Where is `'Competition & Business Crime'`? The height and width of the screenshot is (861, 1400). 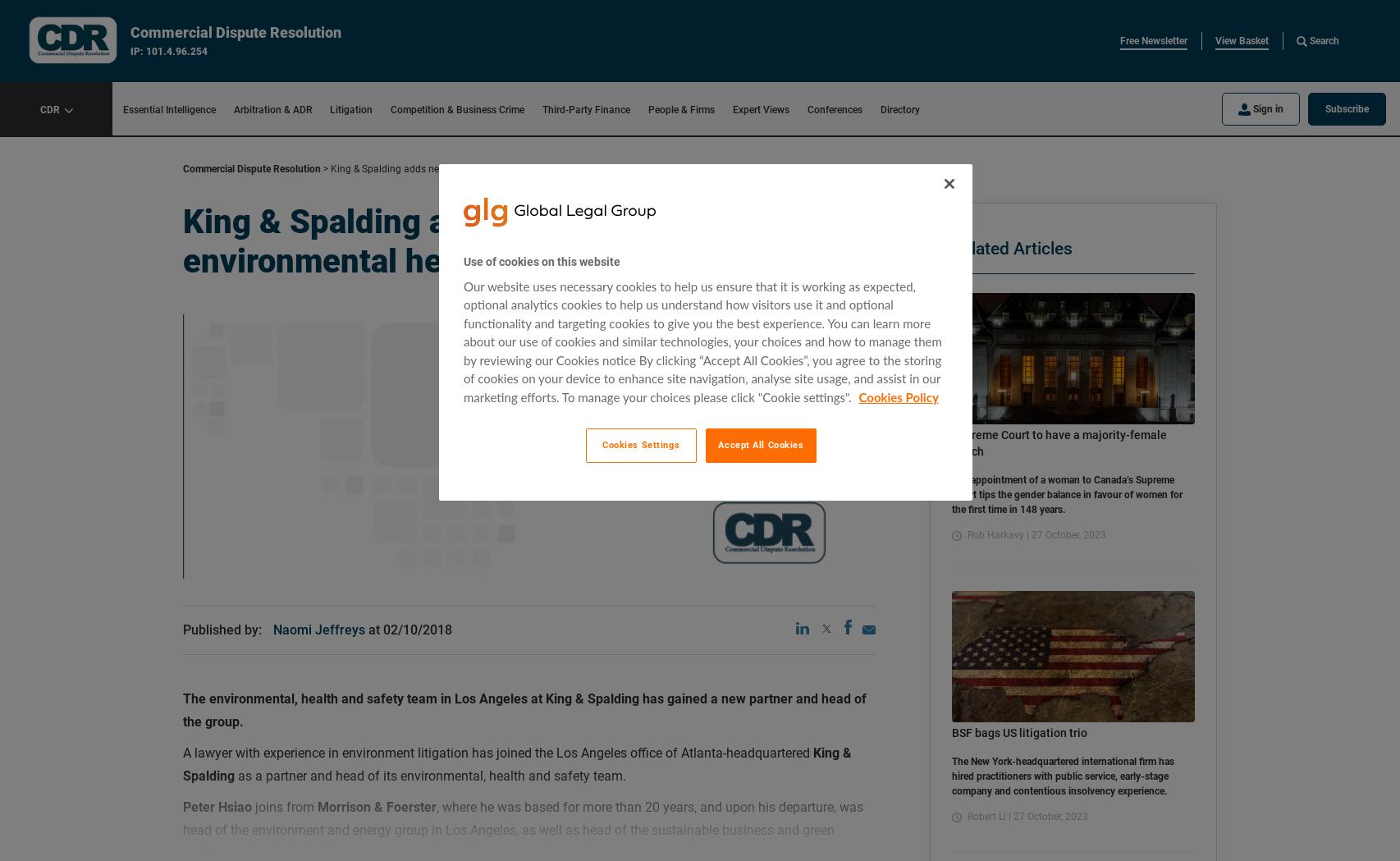
'Competition & Business Crime' is located at coordinates (456, 109).